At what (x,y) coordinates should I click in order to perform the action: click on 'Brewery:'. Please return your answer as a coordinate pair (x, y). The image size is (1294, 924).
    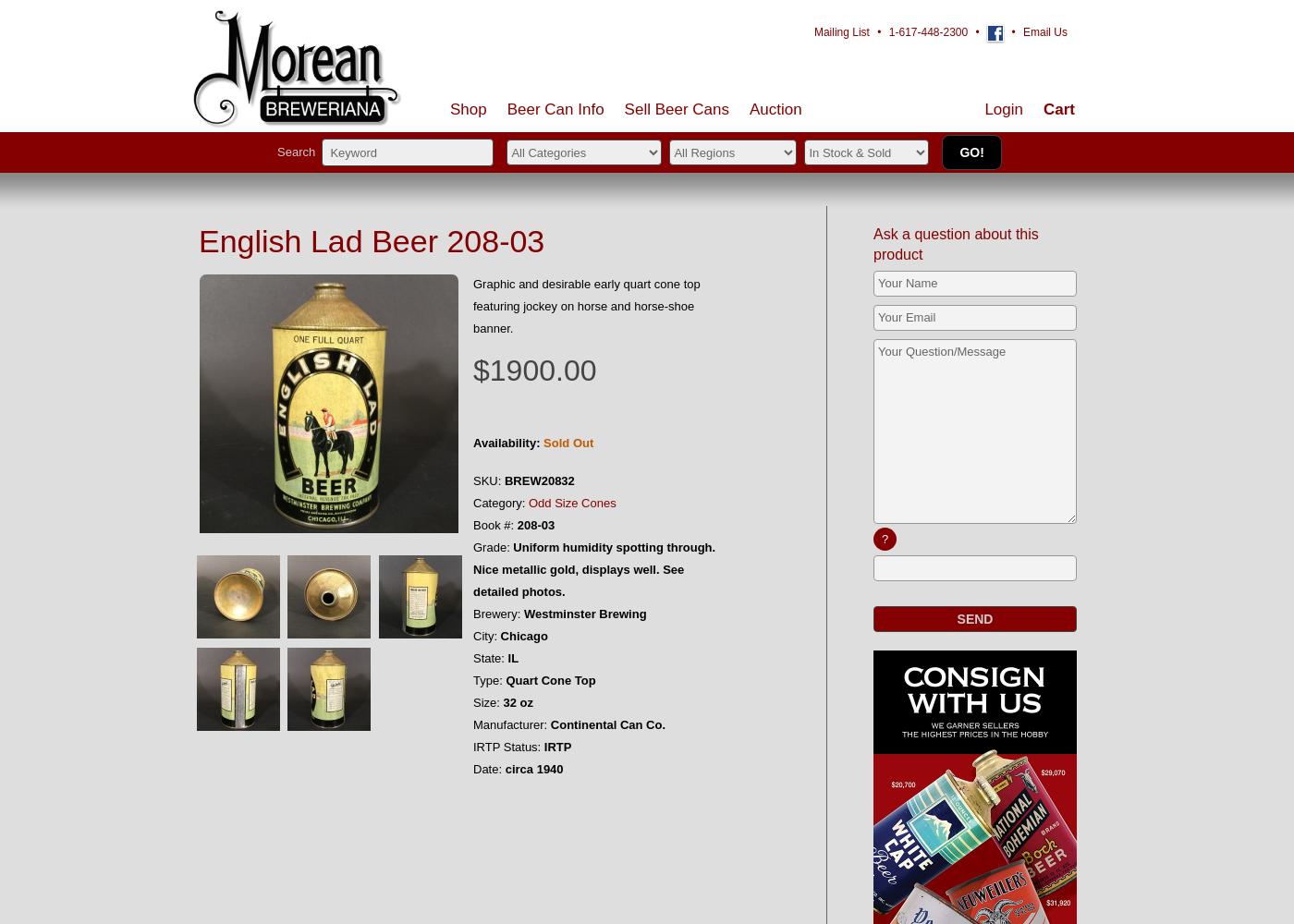
    Looking at the image, I should click on (472, 614).